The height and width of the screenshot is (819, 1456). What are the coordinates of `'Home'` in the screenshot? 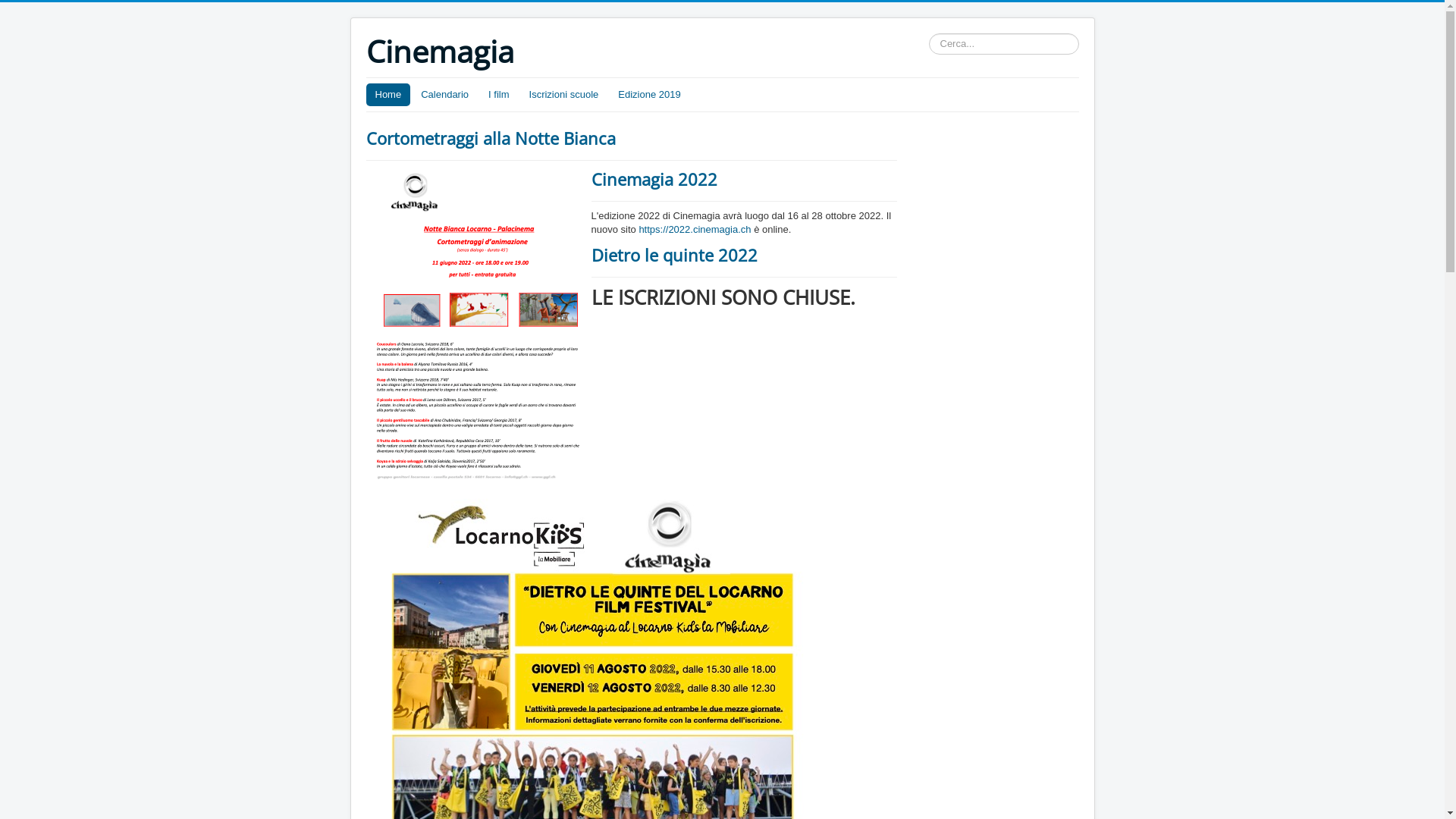 It's located at (388, 94).